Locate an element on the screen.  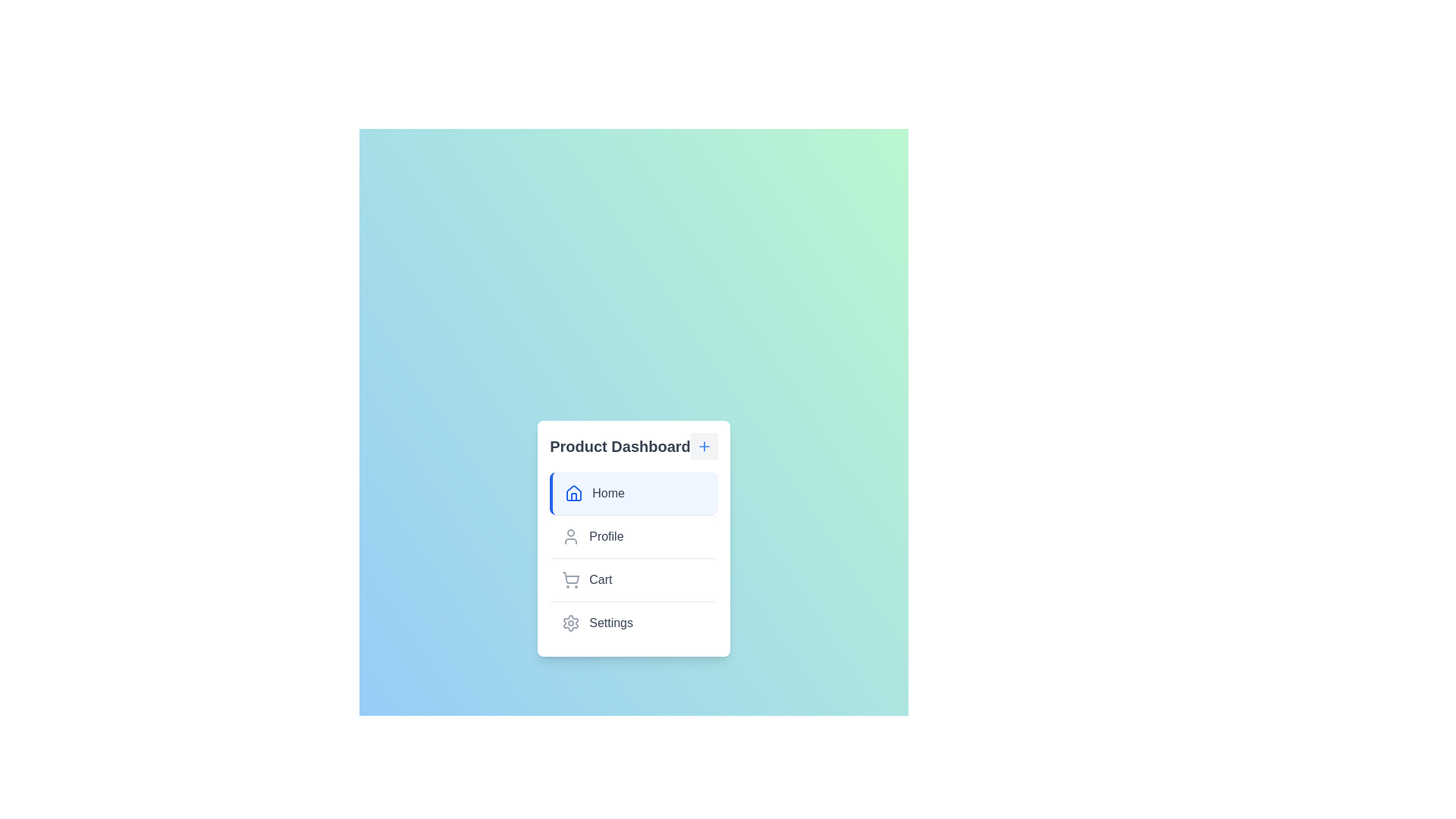
the menu item labeled Settings is located at coordinates (633, 623).